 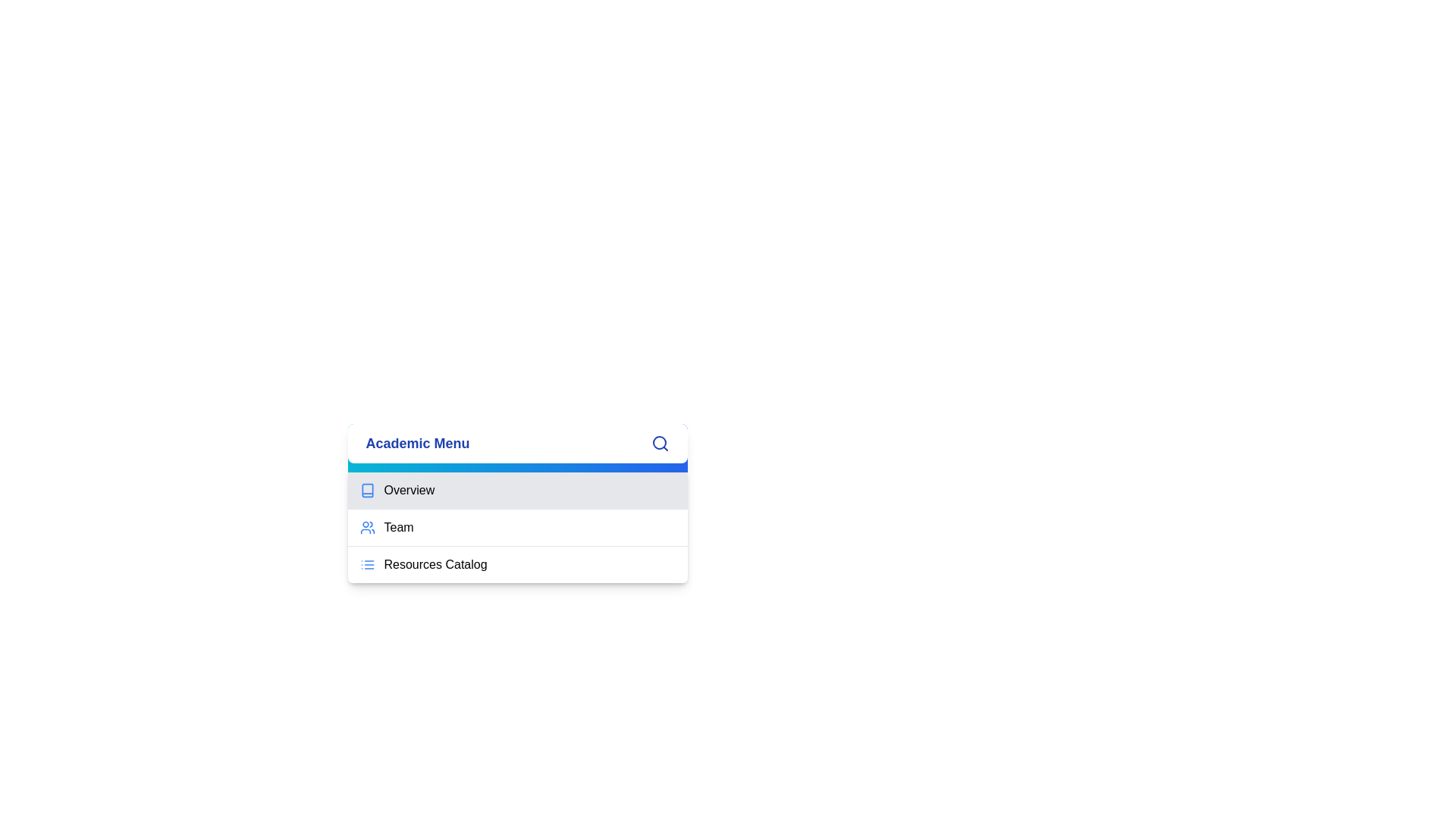 I want to click on the second item in the 'Academic Menu' dropdown, so click(x=517, y=526).